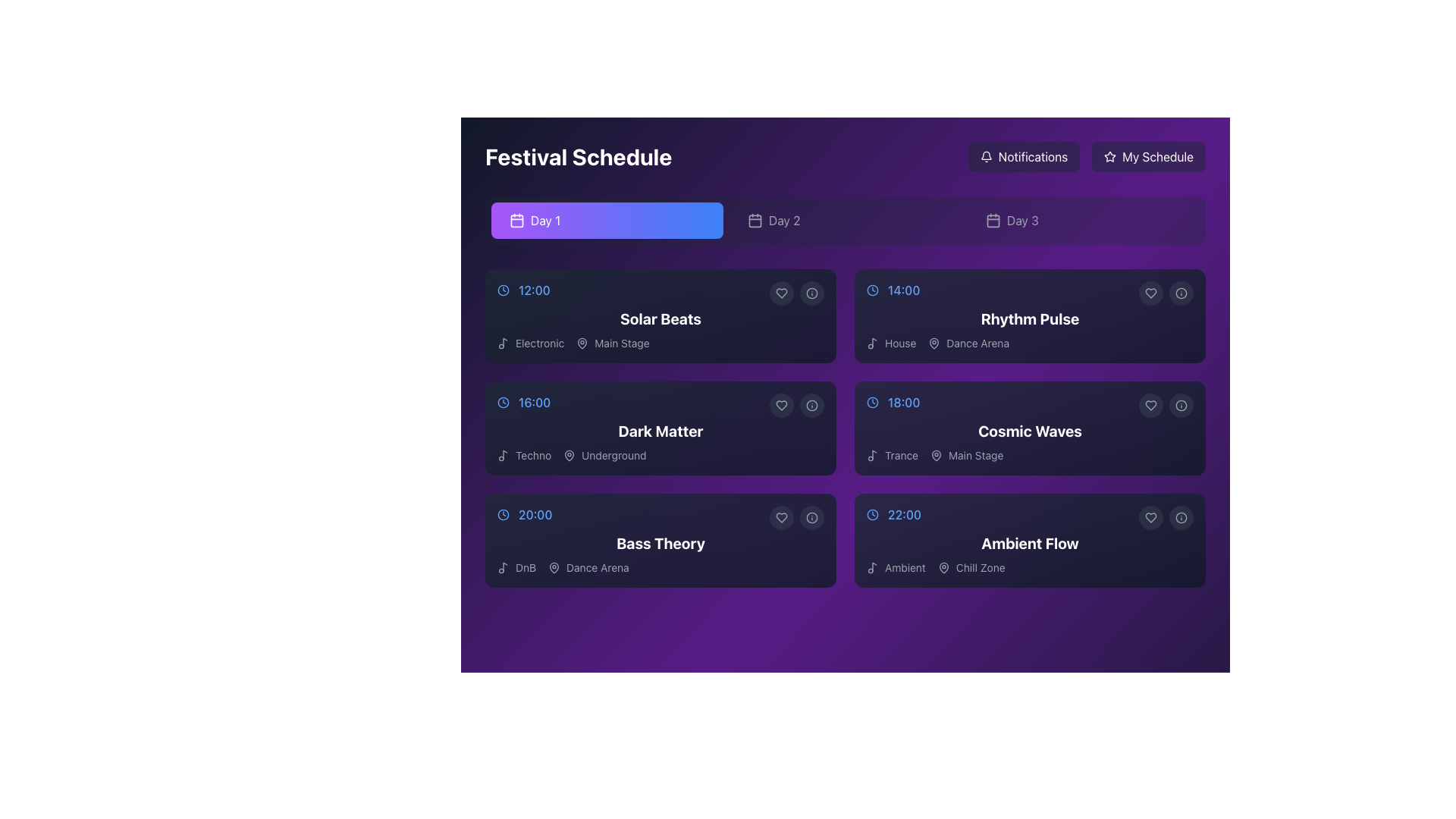  What do you see at coordinates (873, 513) in the screenshot?
I see `the time icon representing the event starting at '22:00', located in the rightmost slot of the last row of the schedule` at bounding box center [873, 513].